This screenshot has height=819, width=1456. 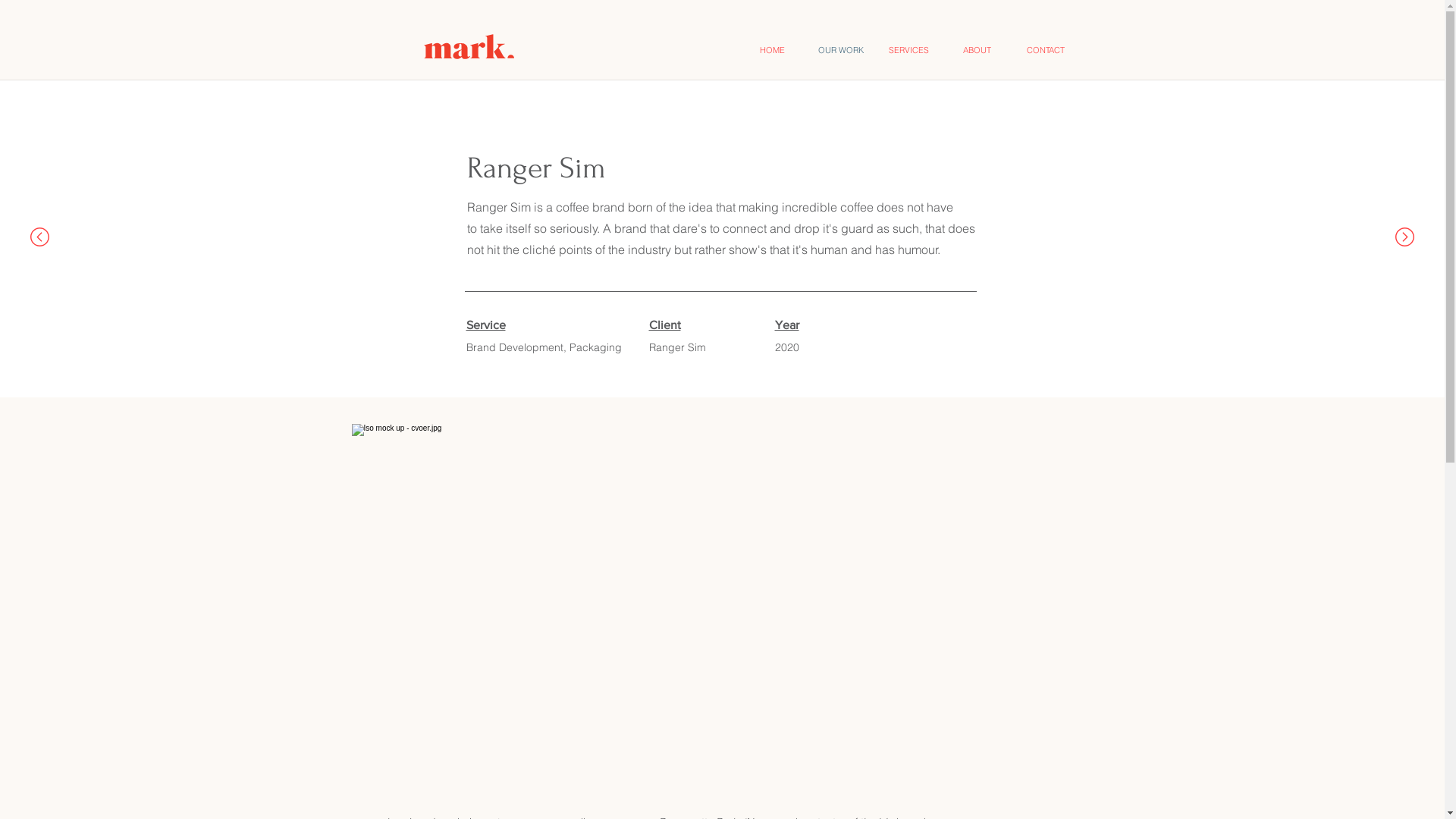 I want to click on 'CONTACT', so click(x=1044, y=49).